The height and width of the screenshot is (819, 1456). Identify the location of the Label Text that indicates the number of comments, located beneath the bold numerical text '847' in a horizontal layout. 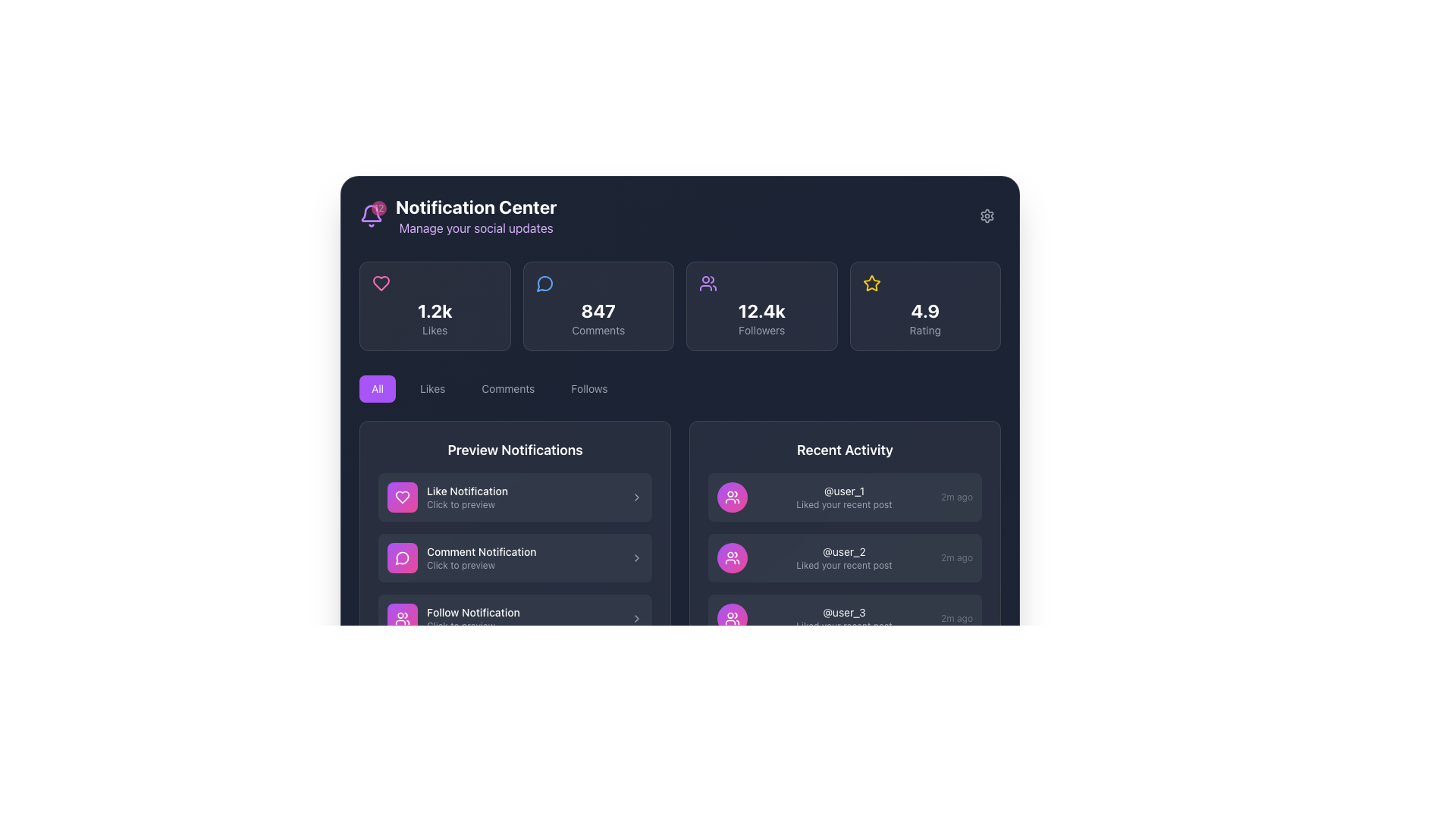
(598, 329).